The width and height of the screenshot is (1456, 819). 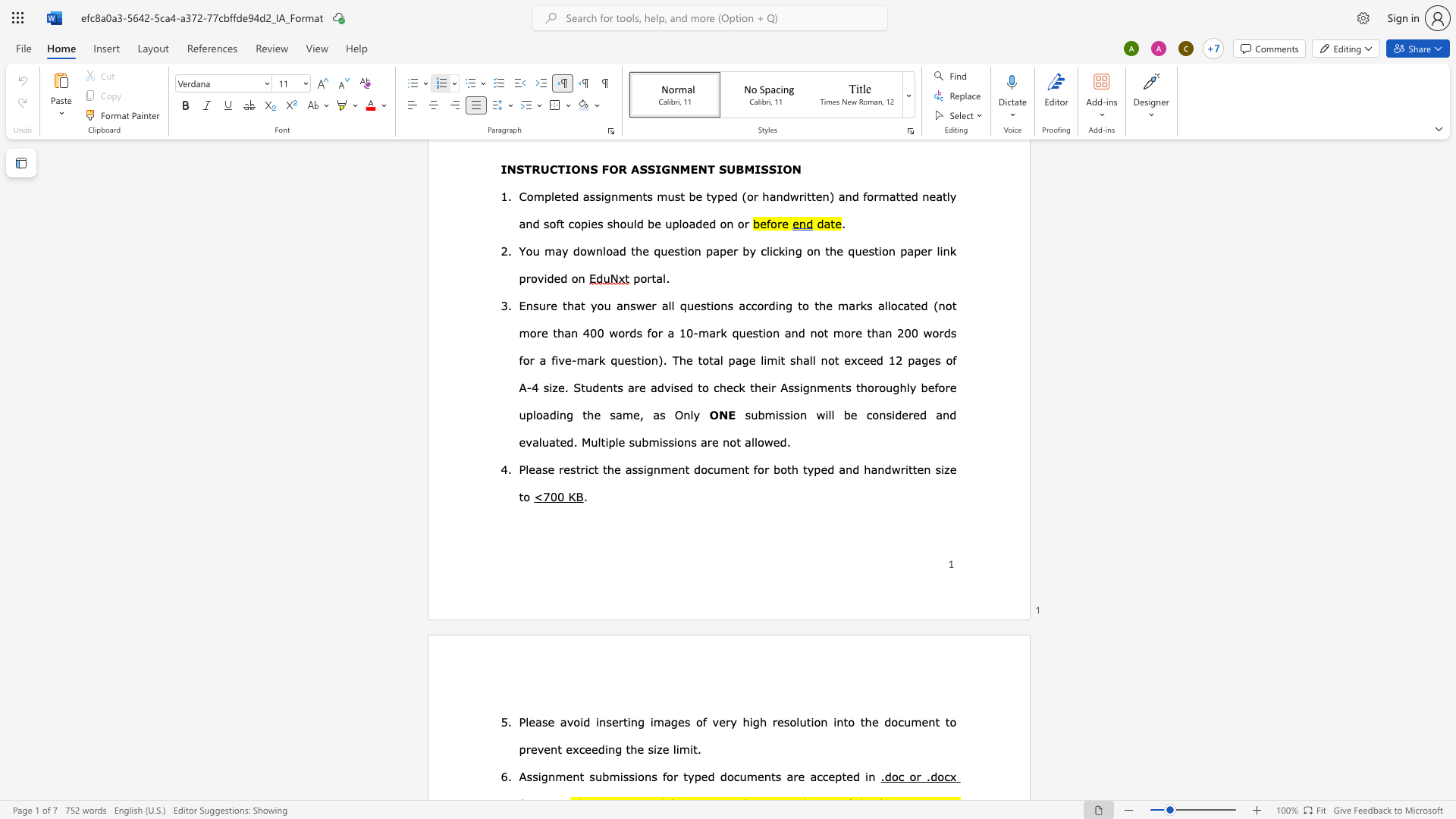 What do you see at coordinates (623, 721) in the screenshot?
I see `the space between the continuous character "r" and "t" in the text` at bounding box center [623, 721].